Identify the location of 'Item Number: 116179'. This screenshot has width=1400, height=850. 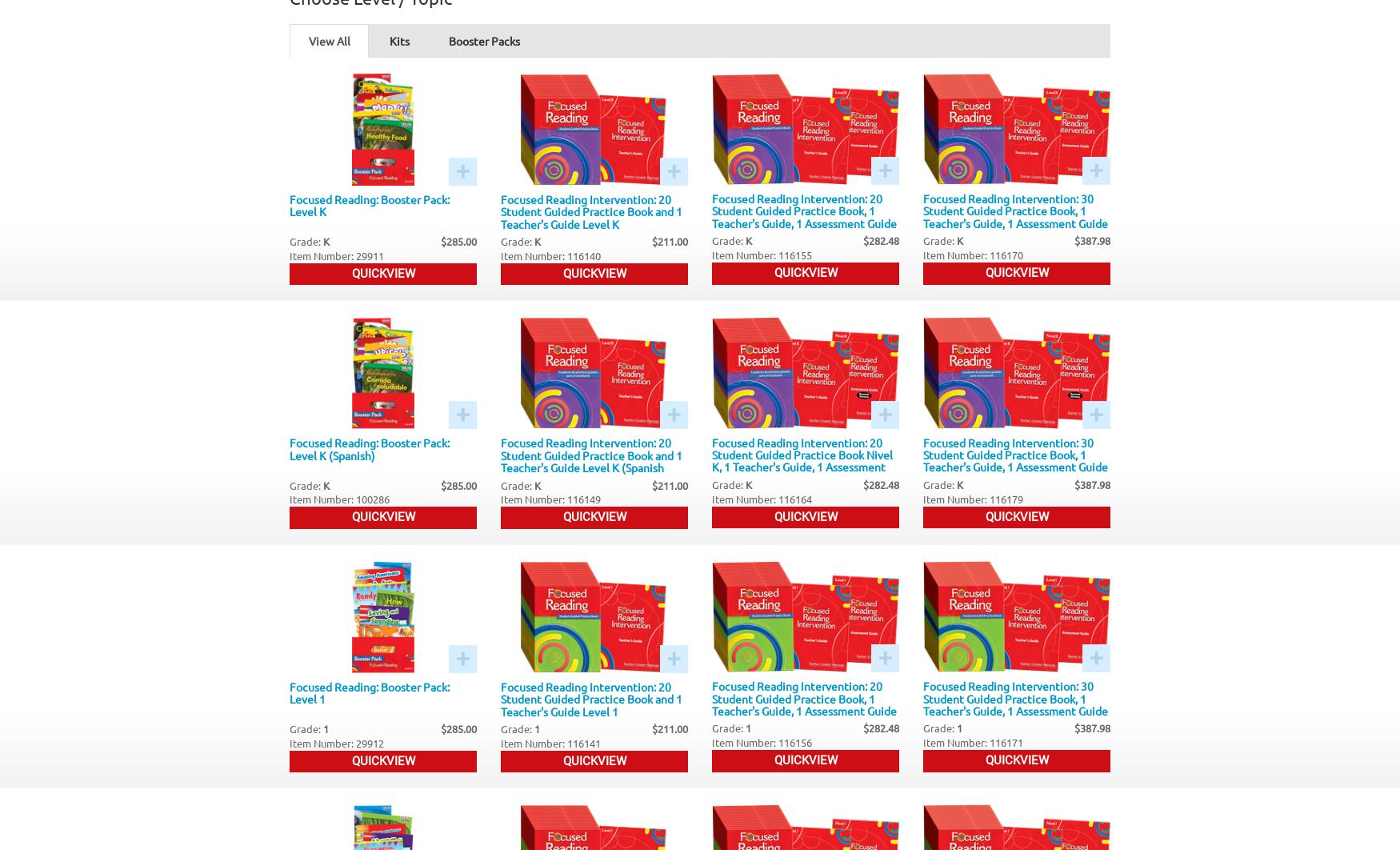
(973, 498).